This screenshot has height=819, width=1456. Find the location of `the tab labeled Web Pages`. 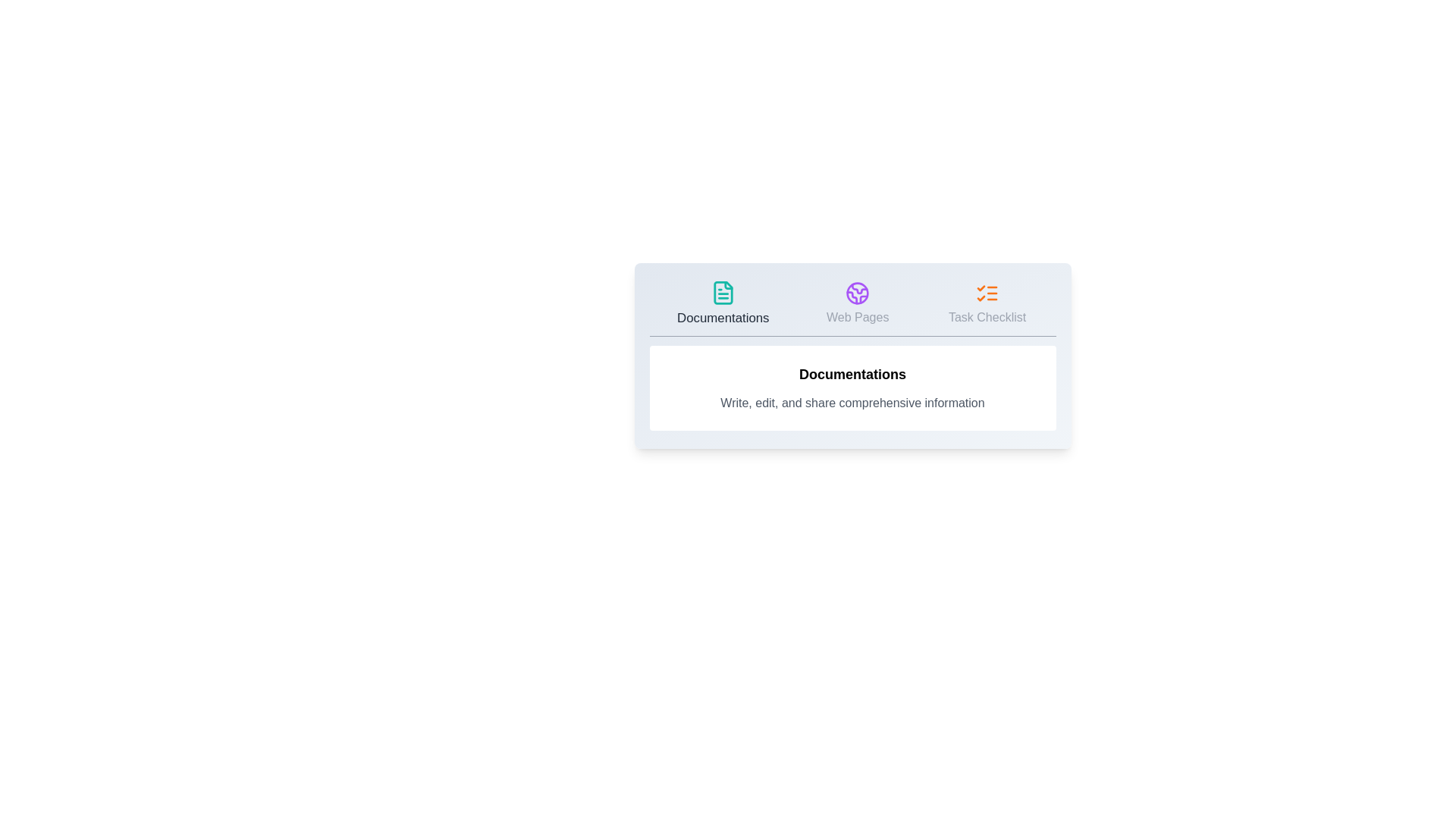

the tab labeled Web Pages is located at coordinates (858, 304).